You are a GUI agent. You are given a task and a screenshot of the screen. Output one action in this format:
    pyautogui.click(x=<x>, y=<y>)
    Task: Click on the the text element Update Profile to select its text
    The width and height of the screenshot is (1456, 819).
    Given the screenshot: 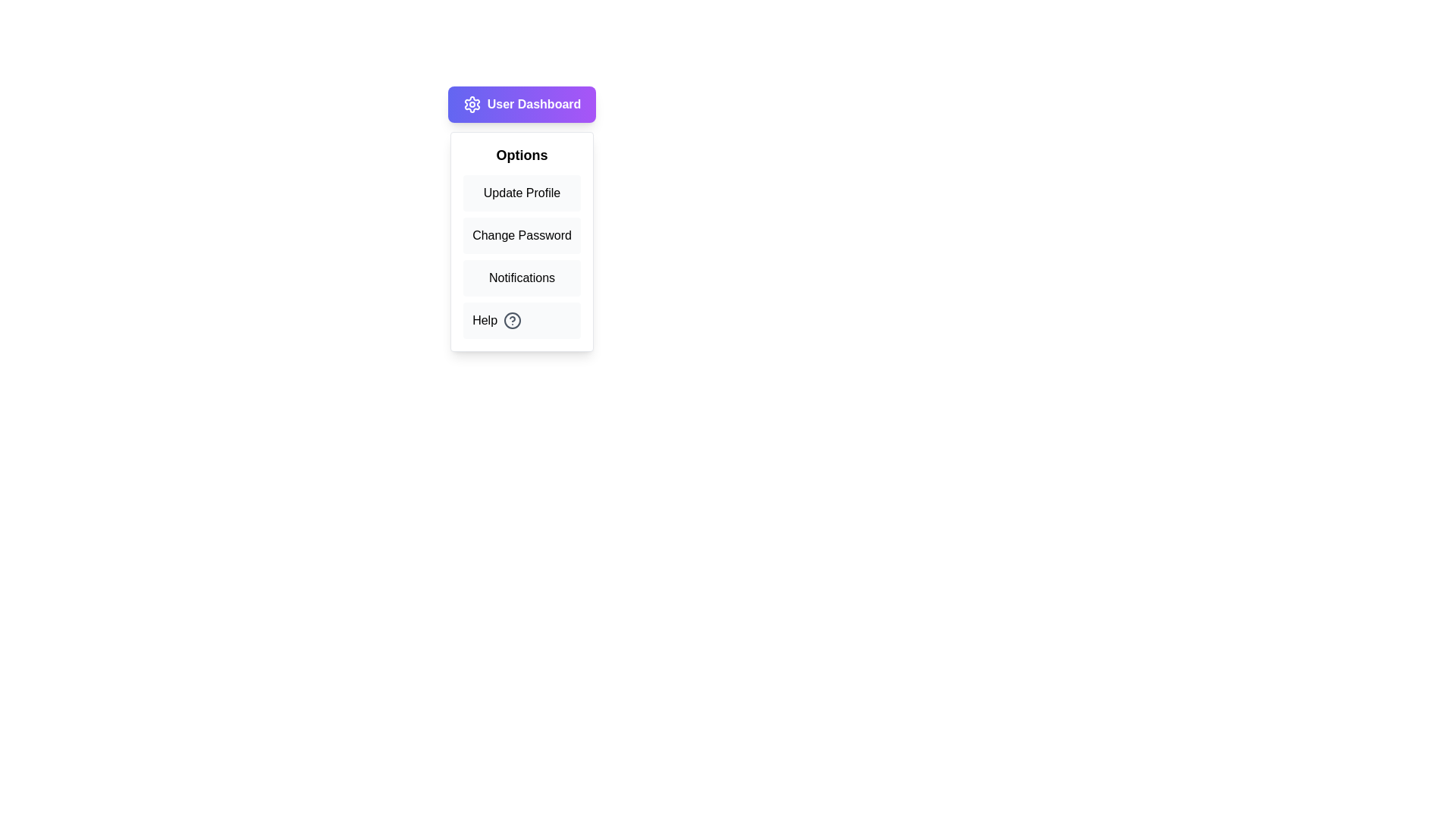 What is the action you would take?
    pyautogui.click(x=522, y=192)
    